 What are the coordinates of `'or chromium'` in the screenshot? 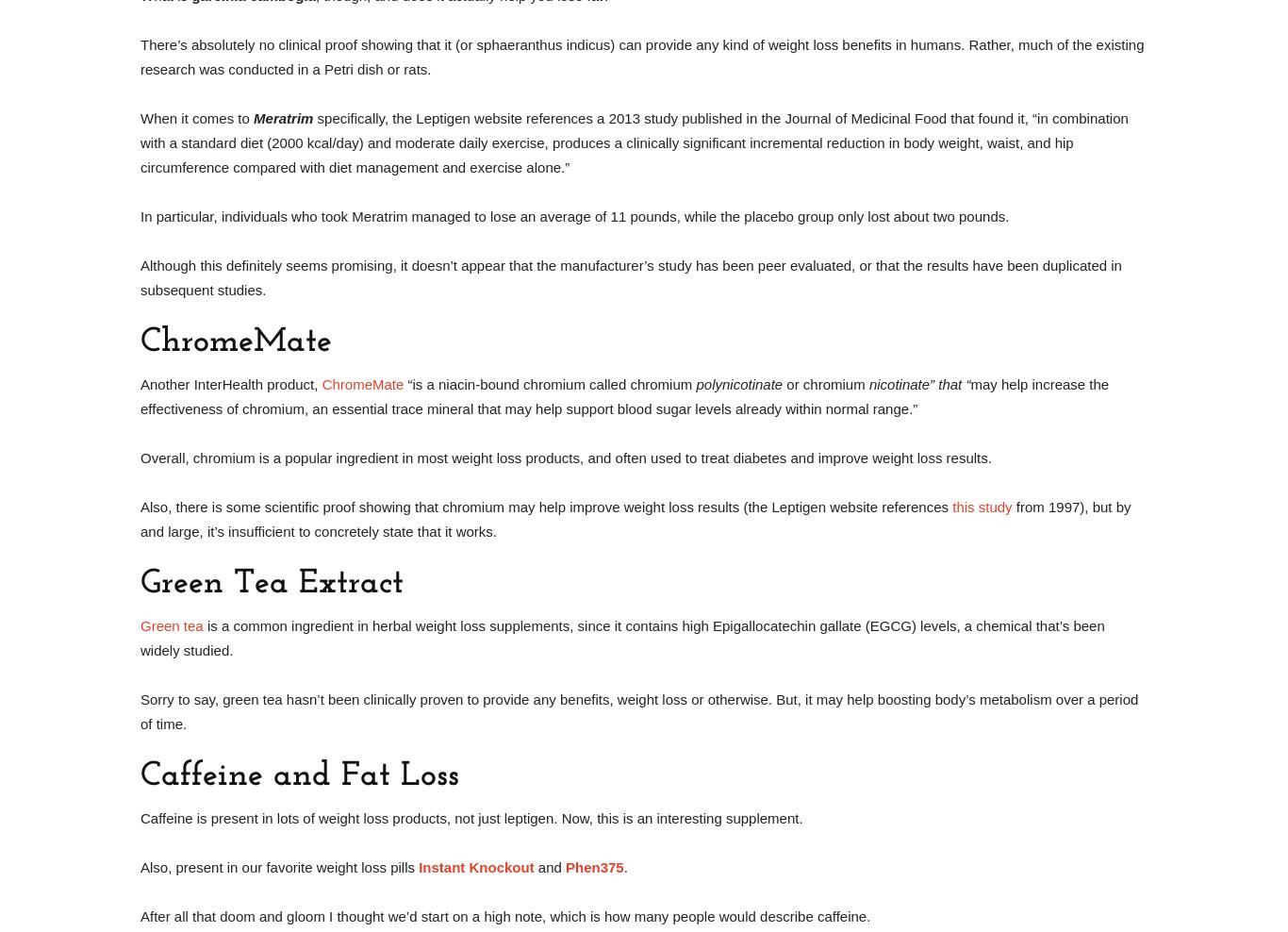 It's located at (824, 383).